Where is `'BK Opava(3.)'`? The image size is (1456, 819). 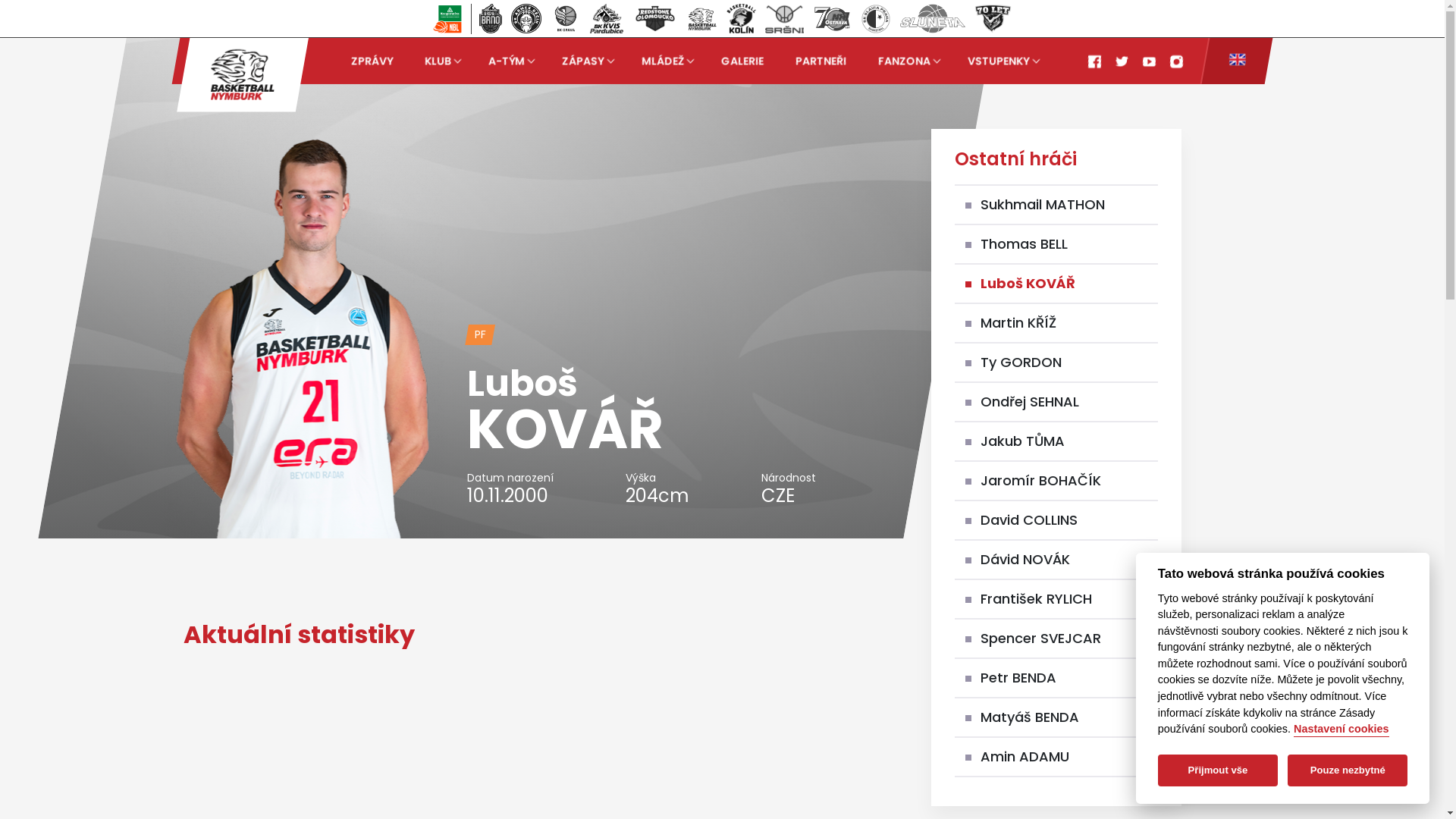
'BK Opava(3.)' is located at coordinates (564, 17).